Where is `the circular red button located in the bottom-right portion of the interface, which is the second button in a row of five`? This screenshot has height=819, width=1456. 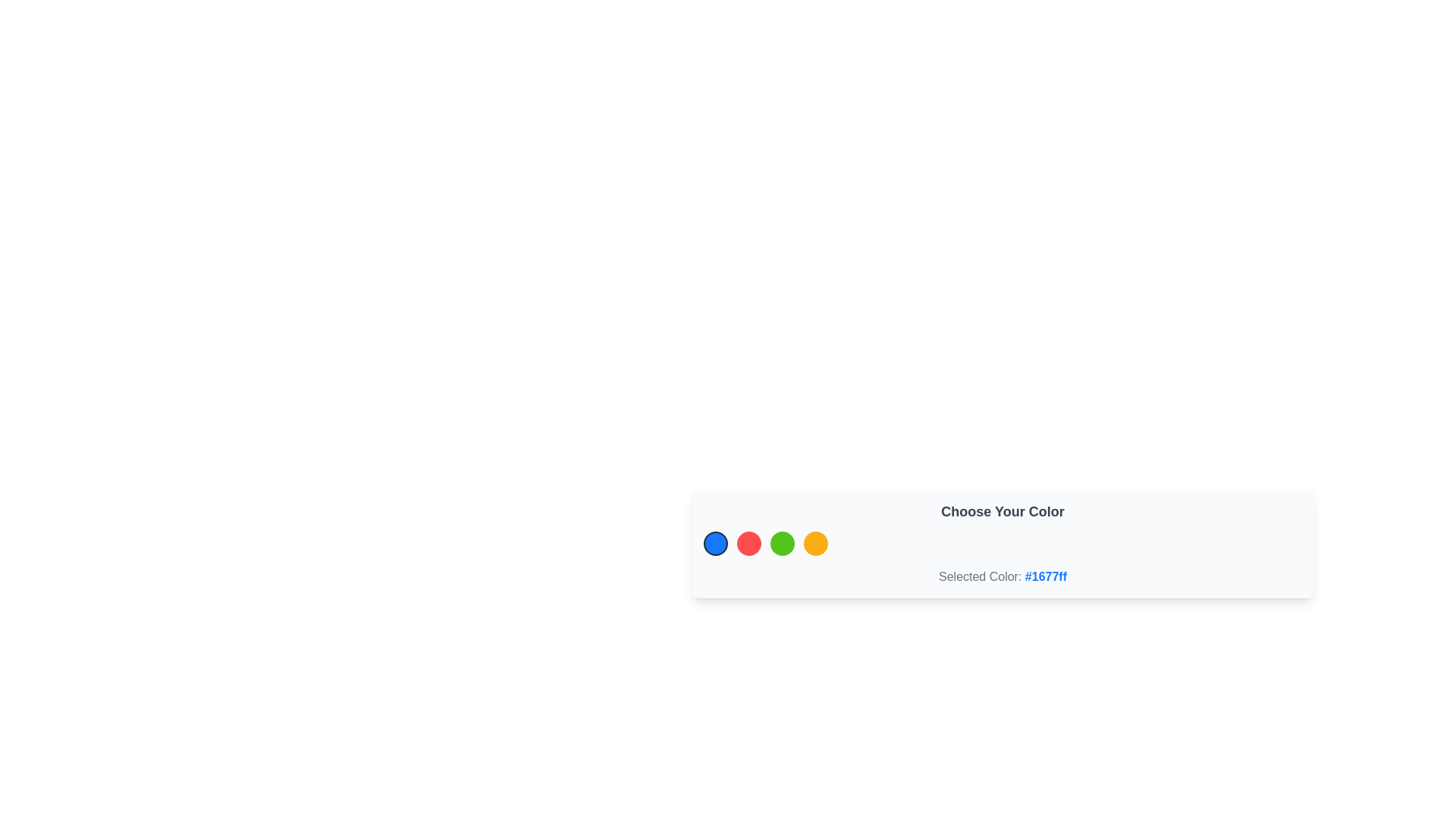 the circular red button located in the bottom-right portion of the interface, which is the second button in a row of five is located at coordinates (749, 543).